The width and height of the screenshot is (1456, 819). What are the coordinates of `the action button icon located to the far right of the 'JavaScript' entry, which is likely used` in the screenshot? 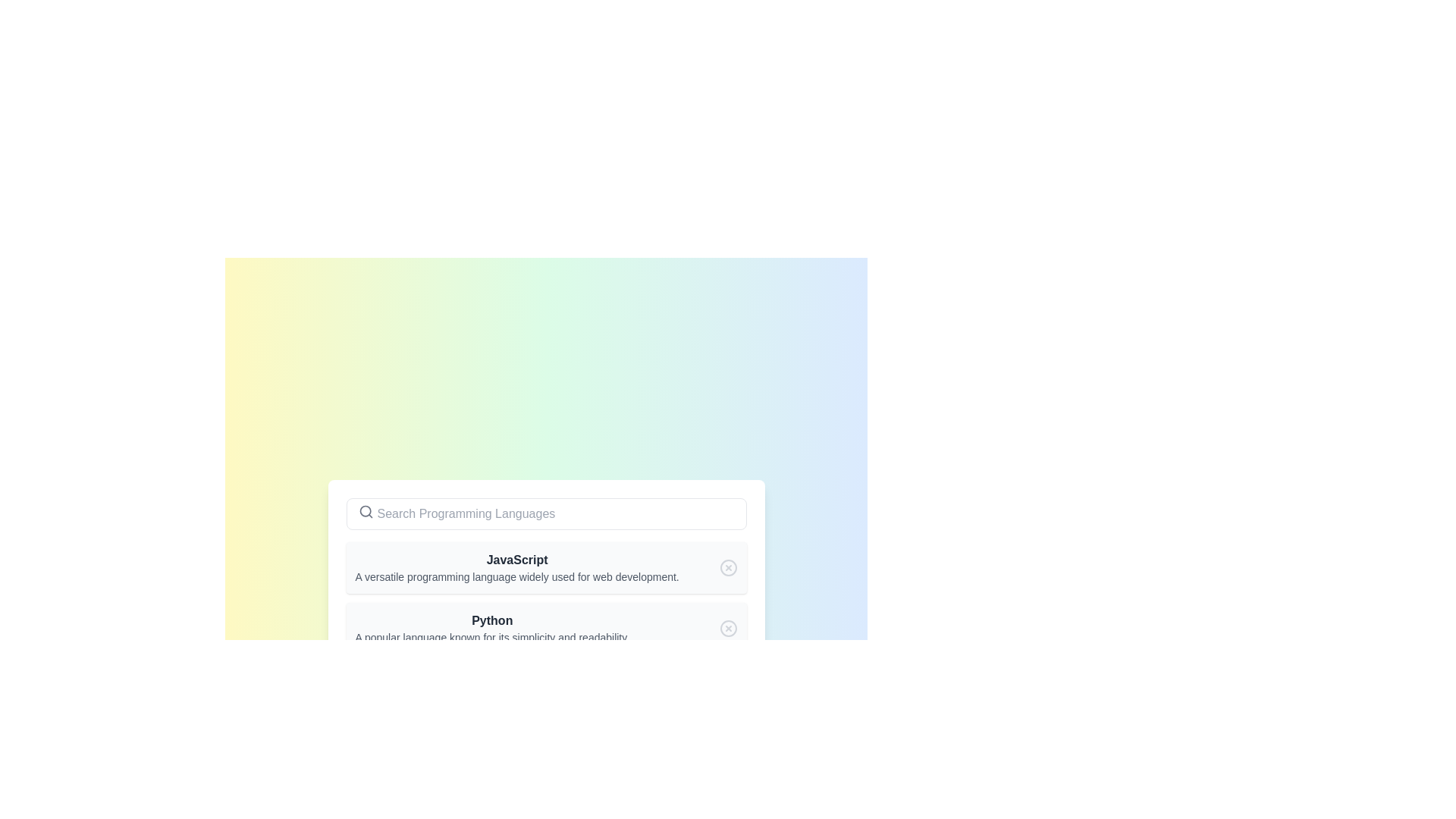 It's located at (728, 567).